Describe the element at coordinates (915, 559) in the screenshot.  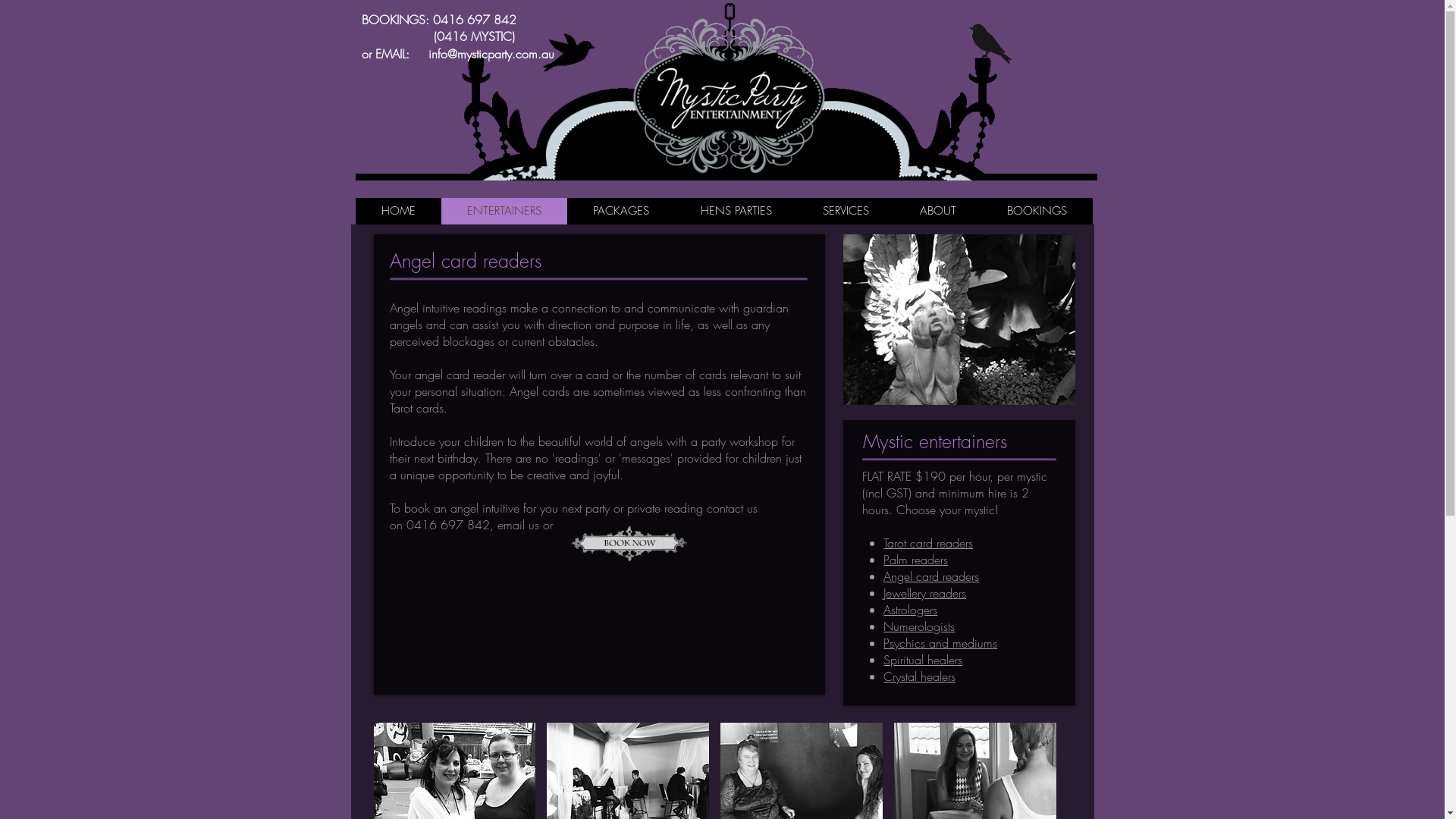
I see `'Palm readers'` at that location.